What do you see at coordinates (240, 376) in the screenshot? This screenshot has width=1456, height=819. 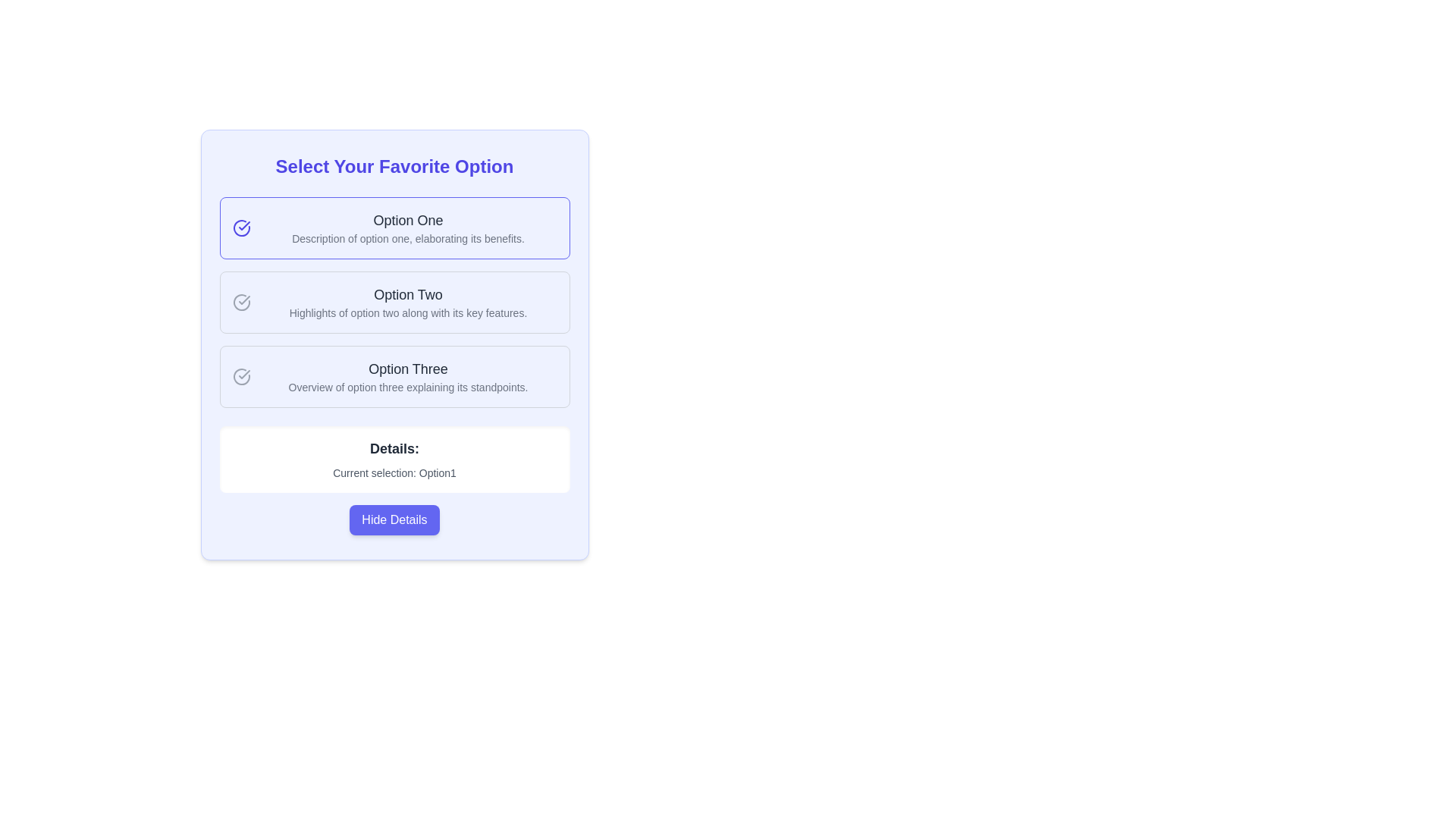 I see `the circular gray icon with a check mark, which is located in the leftmost position of the 'Option Three' row, preceding the text 'Option Three Overview of option three explaining its standpoints.'` at bounding box center [240, 376].